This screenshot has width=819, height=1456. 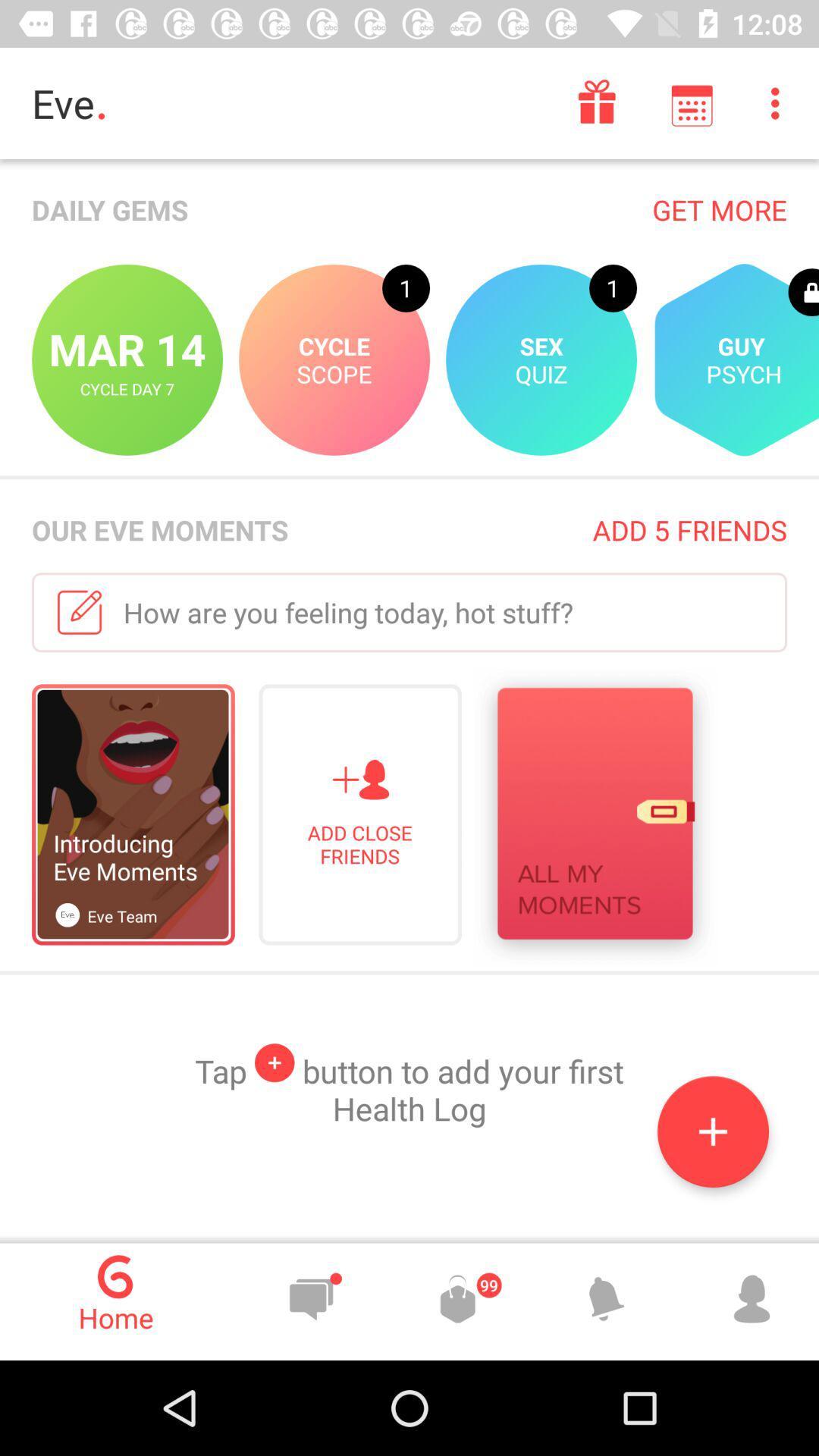 What do you see at coordinates (719, 209) in the screenshot?
I see `the get more` at bounding box center [719, 209].